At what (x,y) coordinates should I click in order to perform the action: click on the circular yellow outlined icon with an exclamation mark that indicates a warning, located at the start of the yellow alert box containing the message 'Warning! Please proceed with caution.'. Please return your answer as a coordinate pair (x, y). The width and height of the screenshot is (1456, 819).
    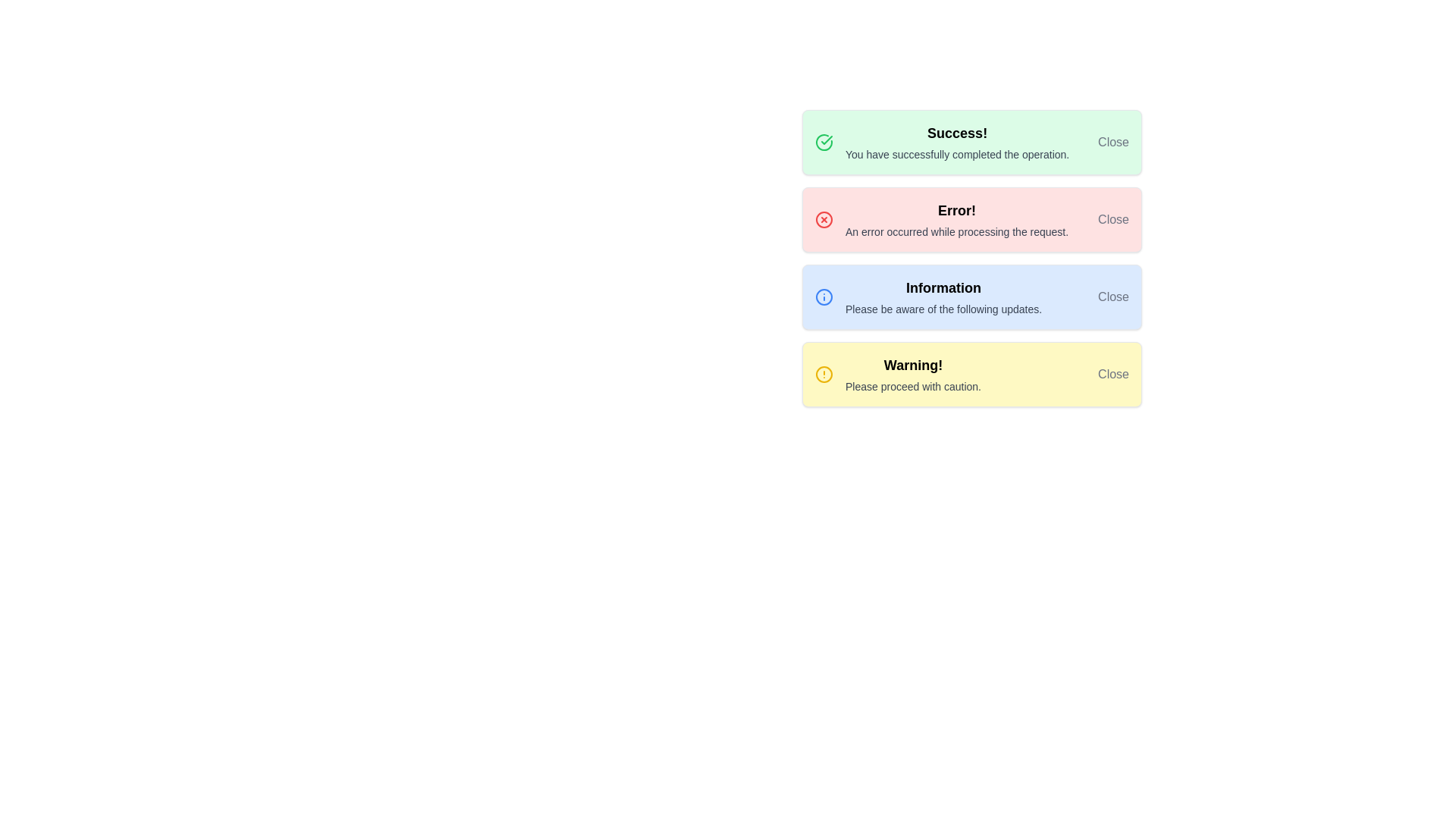
    Looking at the image, I should click on (823, 374).